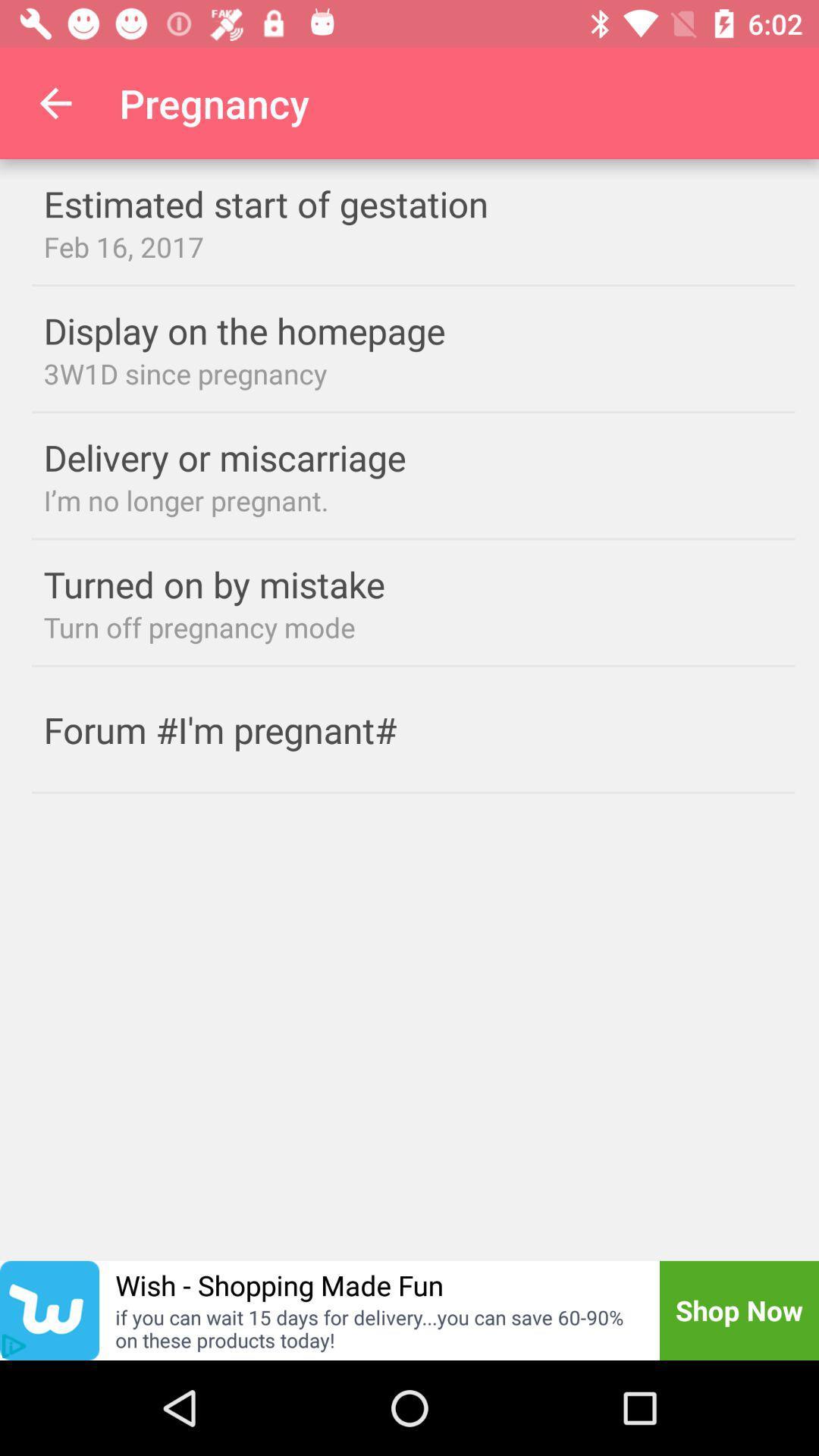 The height and width of the screenshot is (1456, 819). I want to click on the shop now at the bottom right corner, so click(739, 1310).